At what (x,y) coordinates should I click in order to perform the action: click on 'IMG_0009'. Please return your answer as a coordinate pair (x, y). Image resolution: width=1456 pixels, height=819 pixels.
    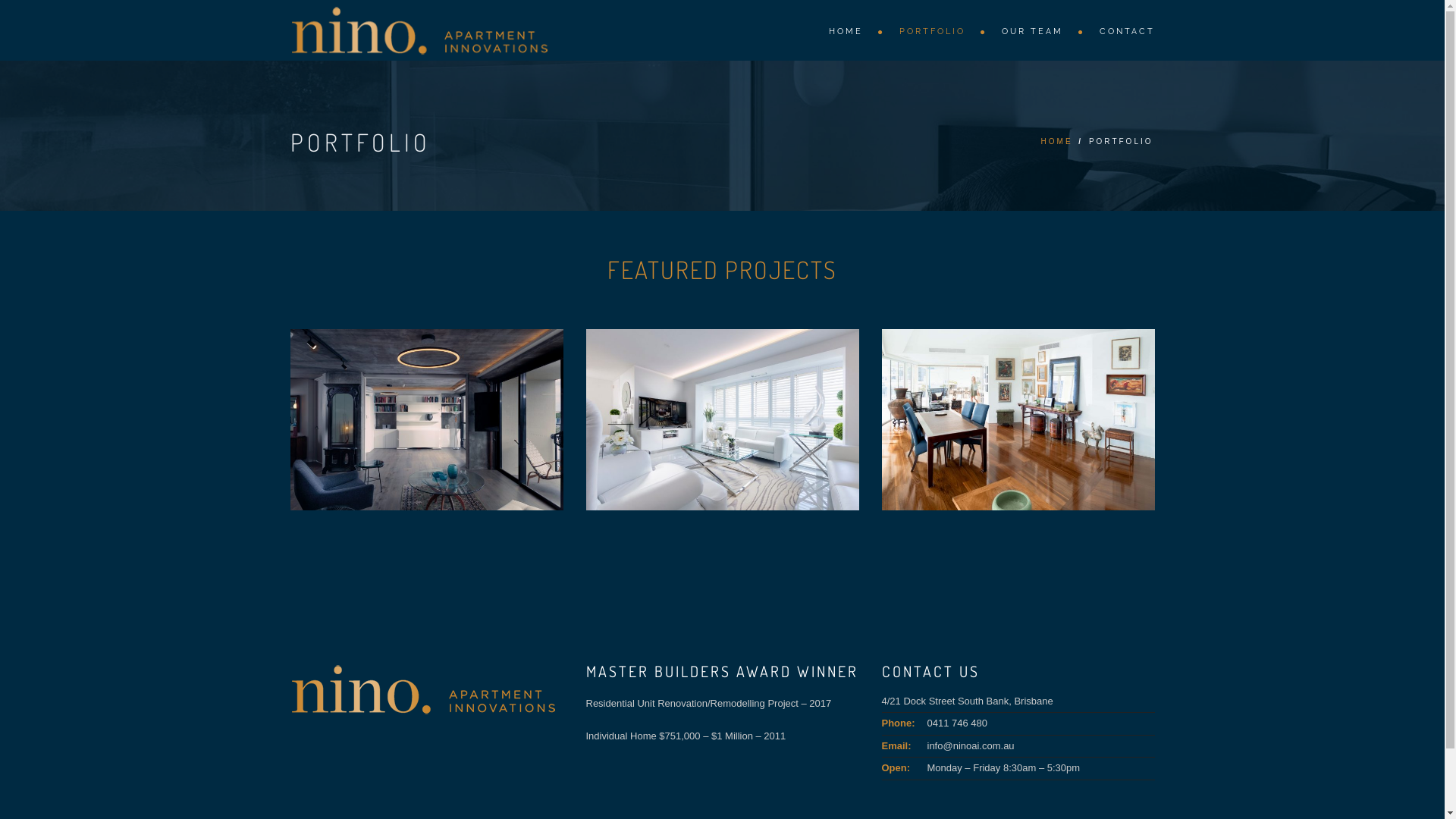
    Looking at the image, I should click on (425, 420).